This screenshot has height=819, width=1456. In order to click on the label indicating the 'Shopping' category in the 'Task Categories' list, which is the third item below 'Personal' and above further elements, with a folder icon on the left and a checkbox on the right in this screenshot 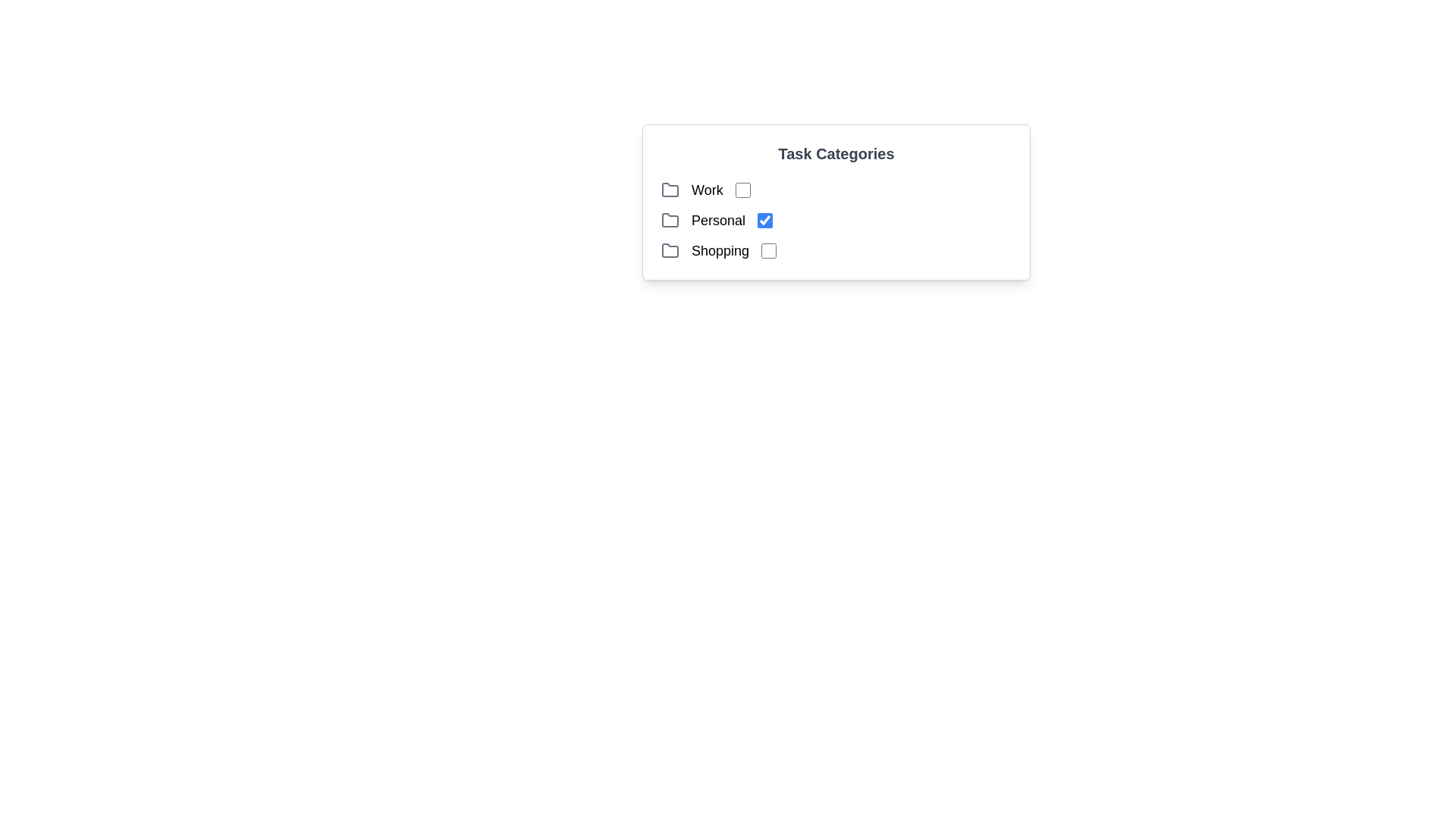, I will do `click(720, 250)`.